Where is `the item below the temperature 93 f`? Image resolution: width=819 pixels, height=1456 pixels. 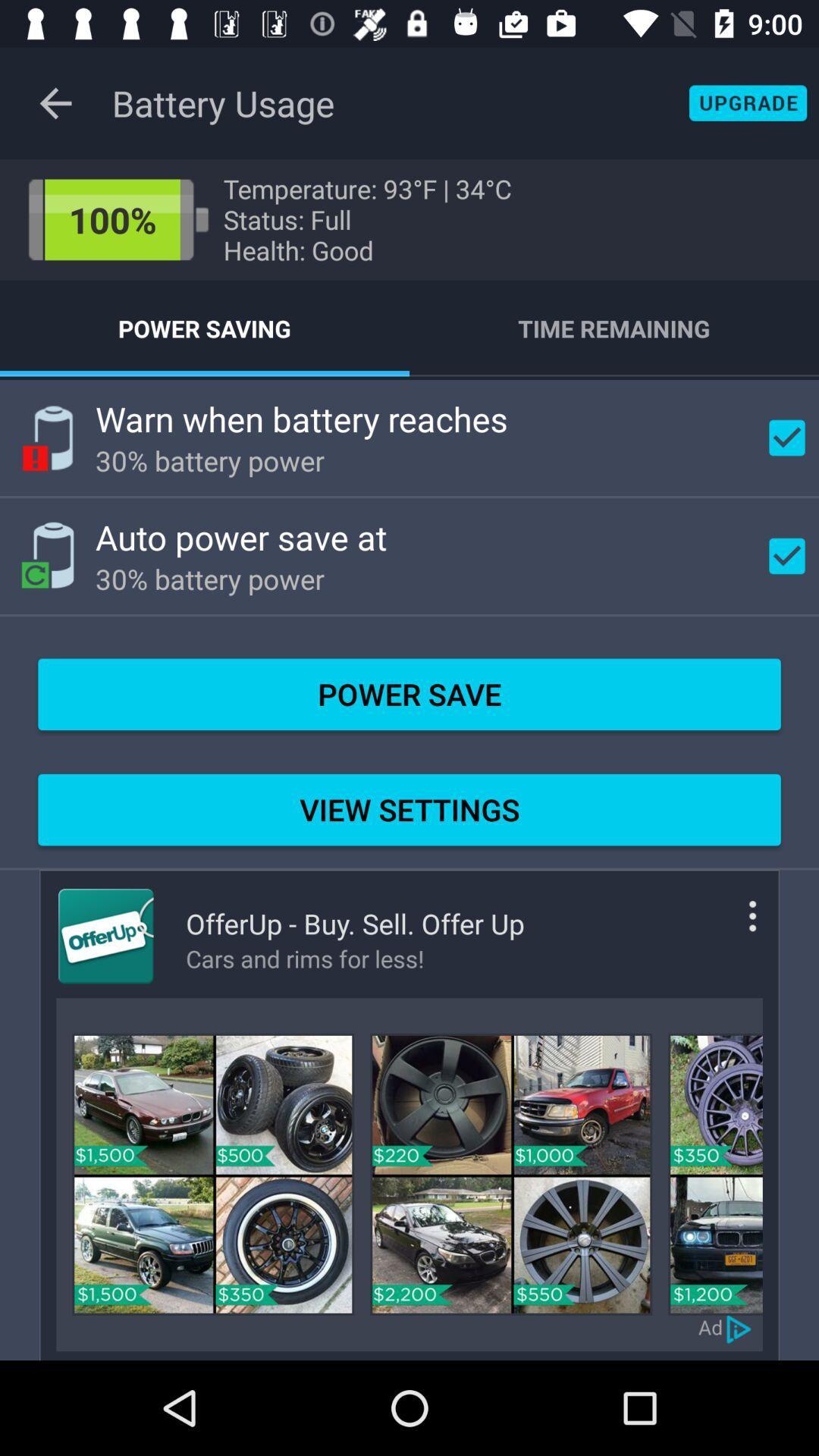
the item below the temperature 93 f is located at coordinates (614, 328).